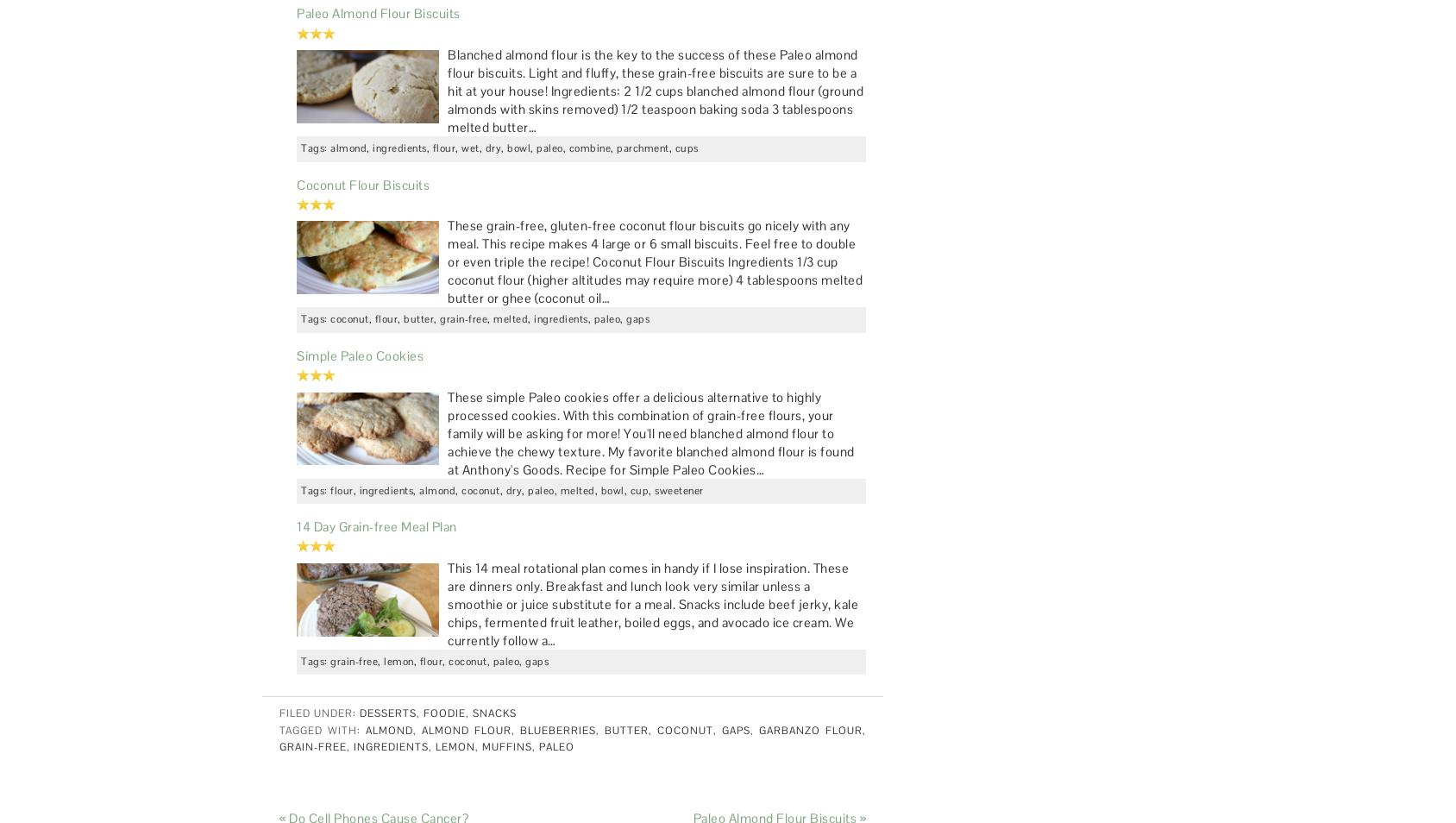  I want to click on 'ingredients', so click(390, 747).